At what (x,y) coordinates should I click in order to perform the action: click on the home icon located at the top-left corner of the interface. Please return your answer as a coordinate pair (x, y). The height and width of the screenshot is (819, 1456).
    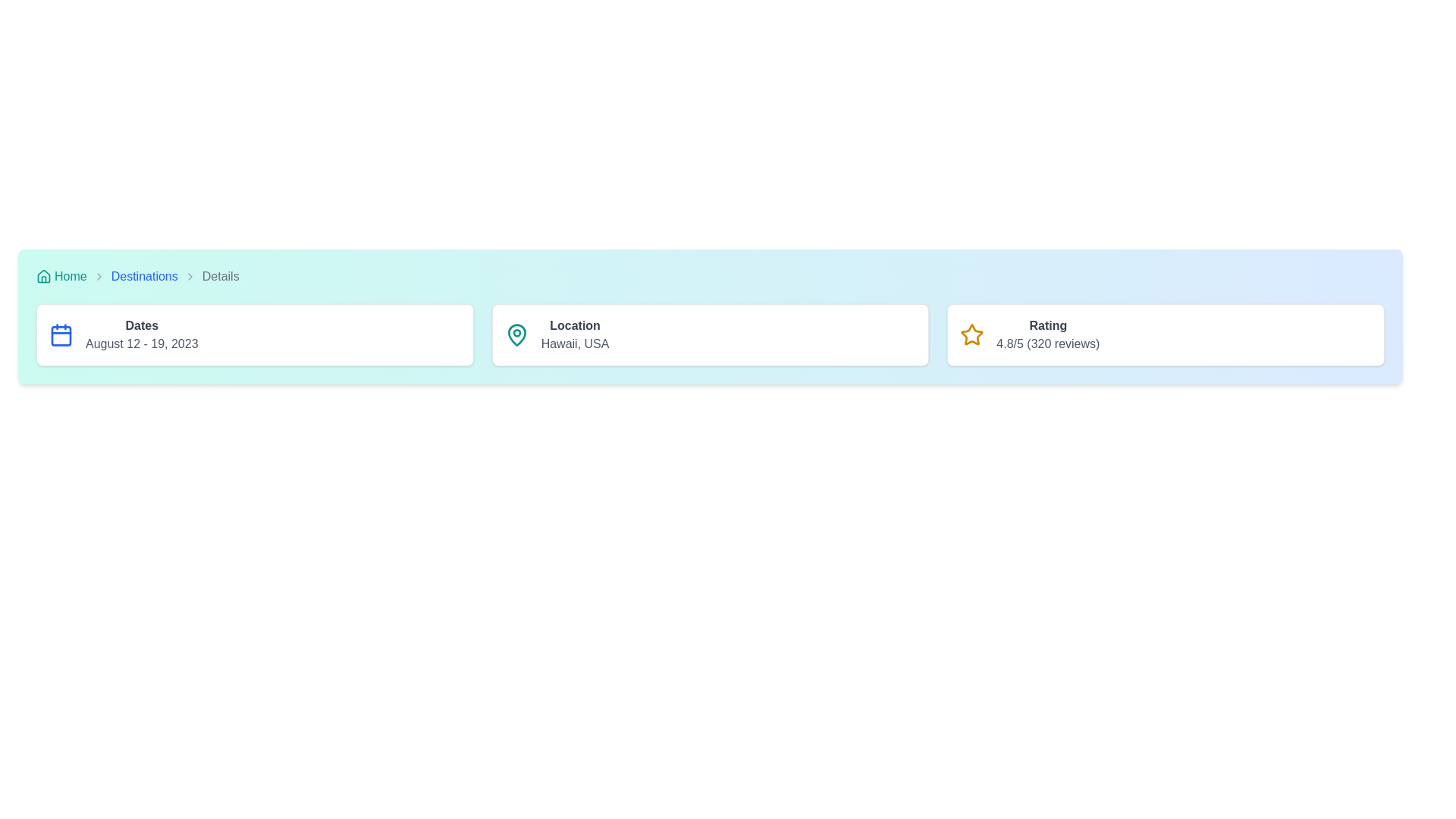
    Looking at the image, I should click on (43, 277).